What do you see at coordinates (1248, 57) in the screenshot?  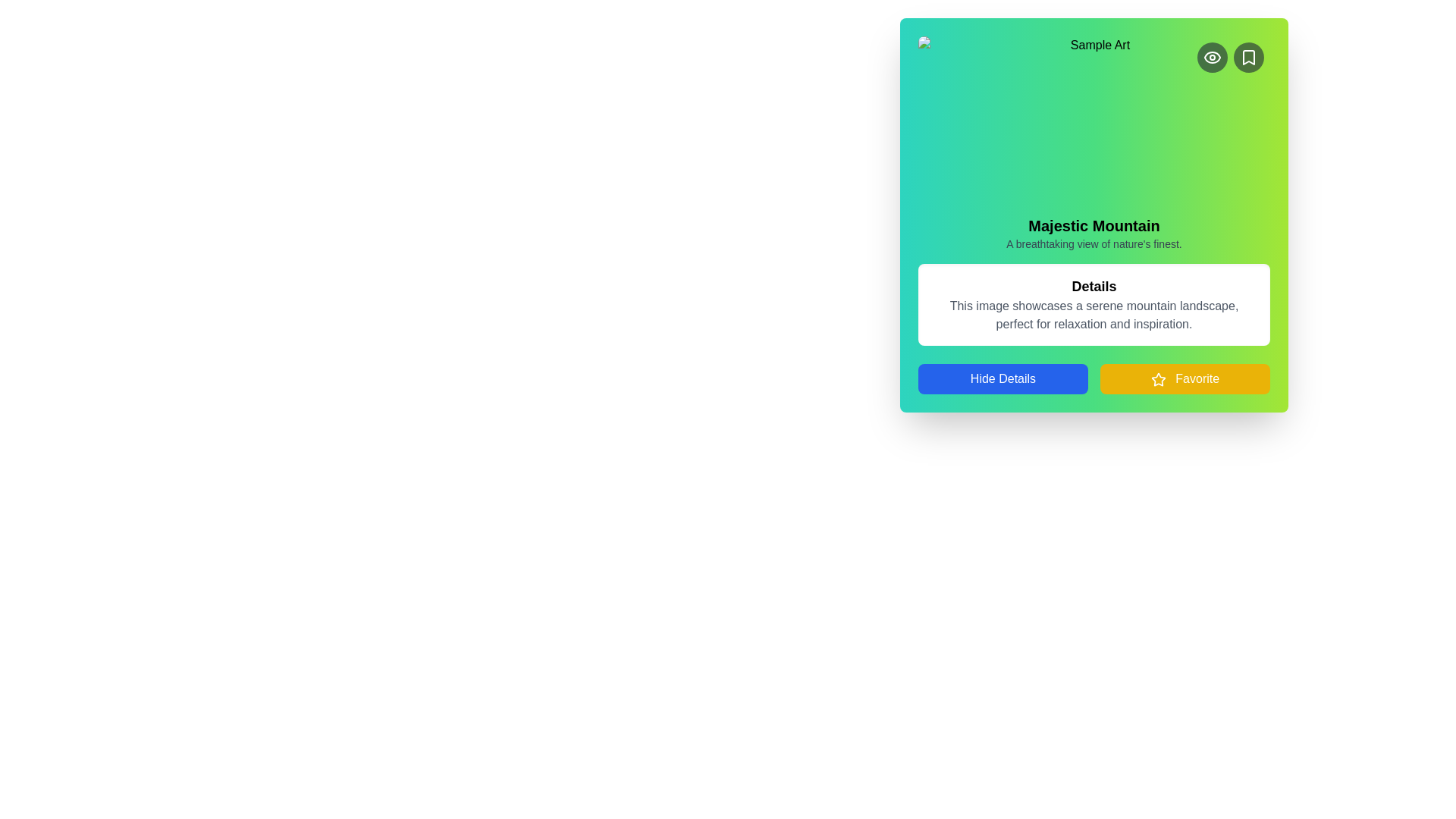 I see `the bookmark icon inside the circular button located at the top-right of the card` at bounding box center [1248, 57].